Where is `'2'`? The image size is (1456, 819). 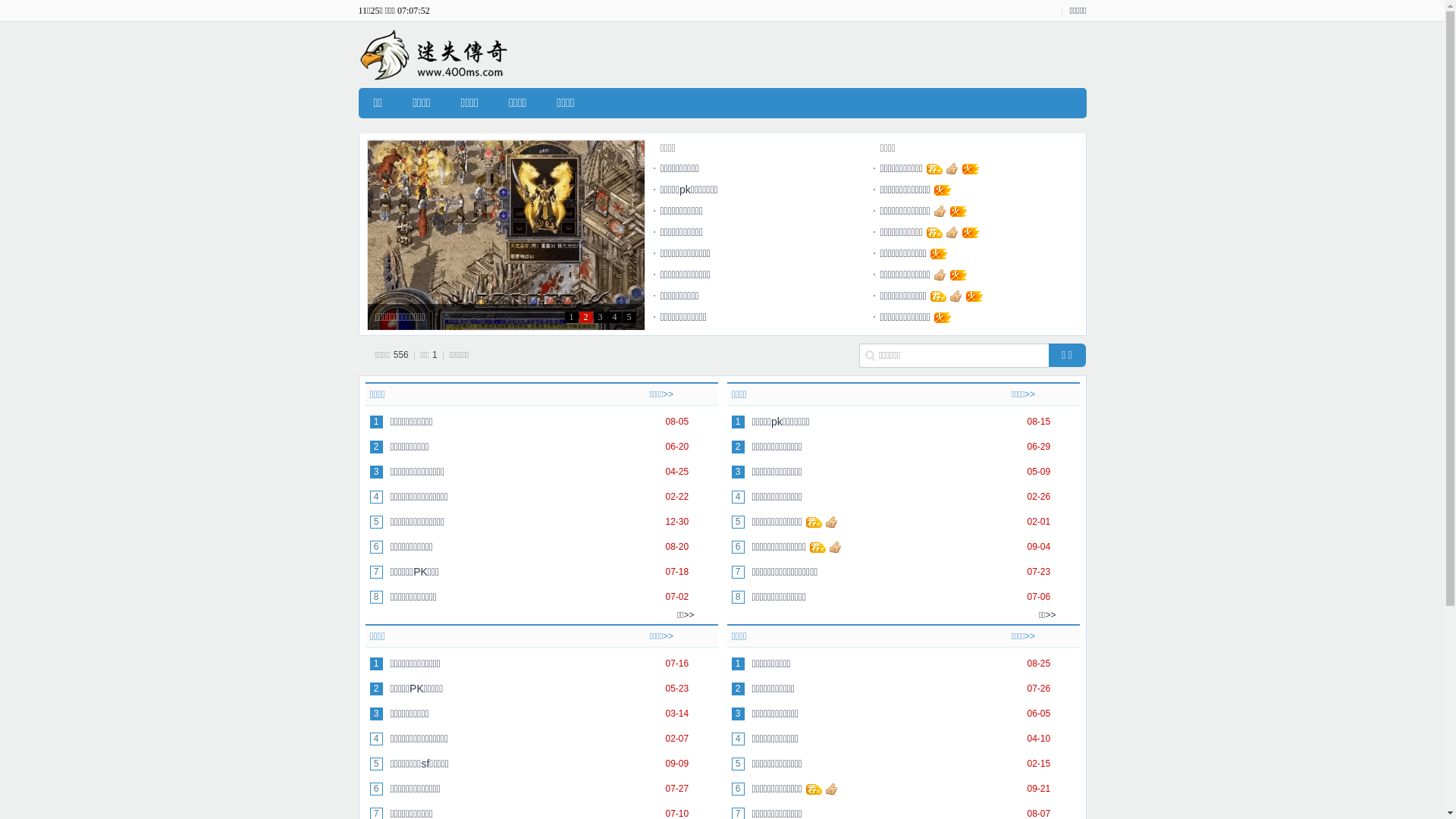 '2' is located at coordinates (585, 316).